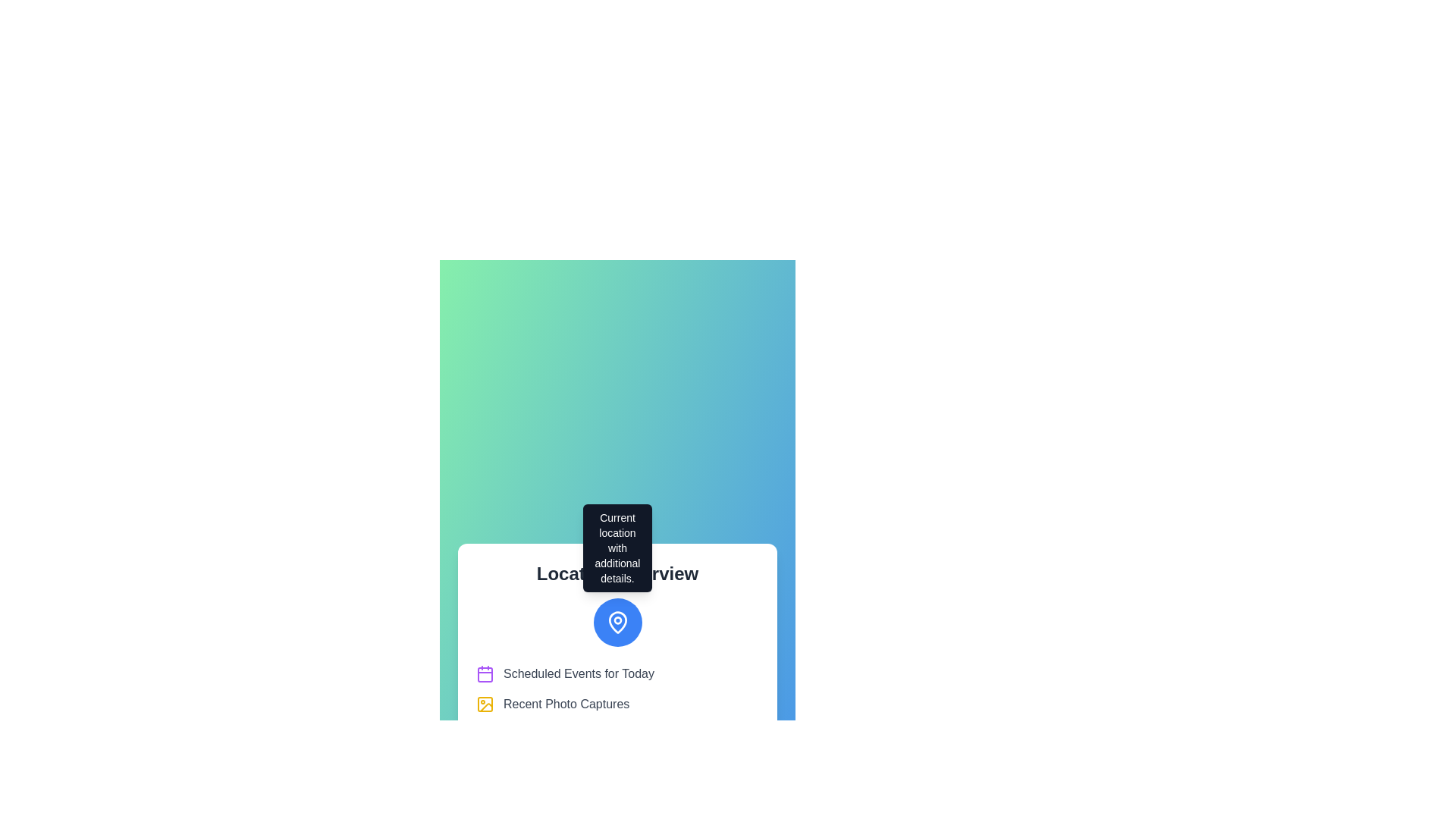 Image resolution: width=1456 pixels, height=819 pixels. I want to click on the label 'Recent Photo Captures' which includes a yellow image icon, positioned between 'Scheduled Events for Today' and 'Important Updates', so click(617, 704).